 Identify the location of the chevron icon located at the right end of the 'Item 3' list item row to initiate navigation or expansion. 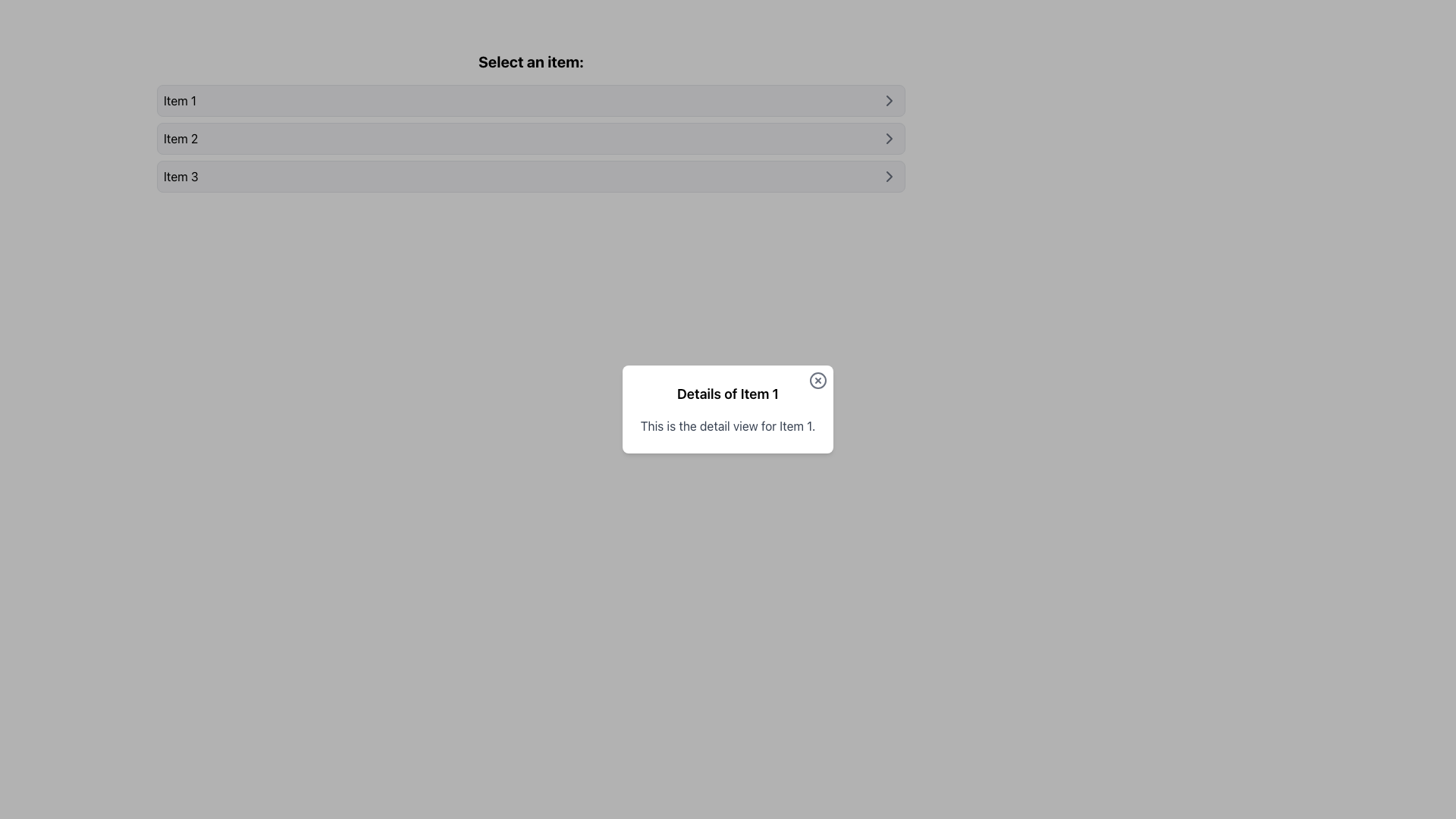
(889, 175).